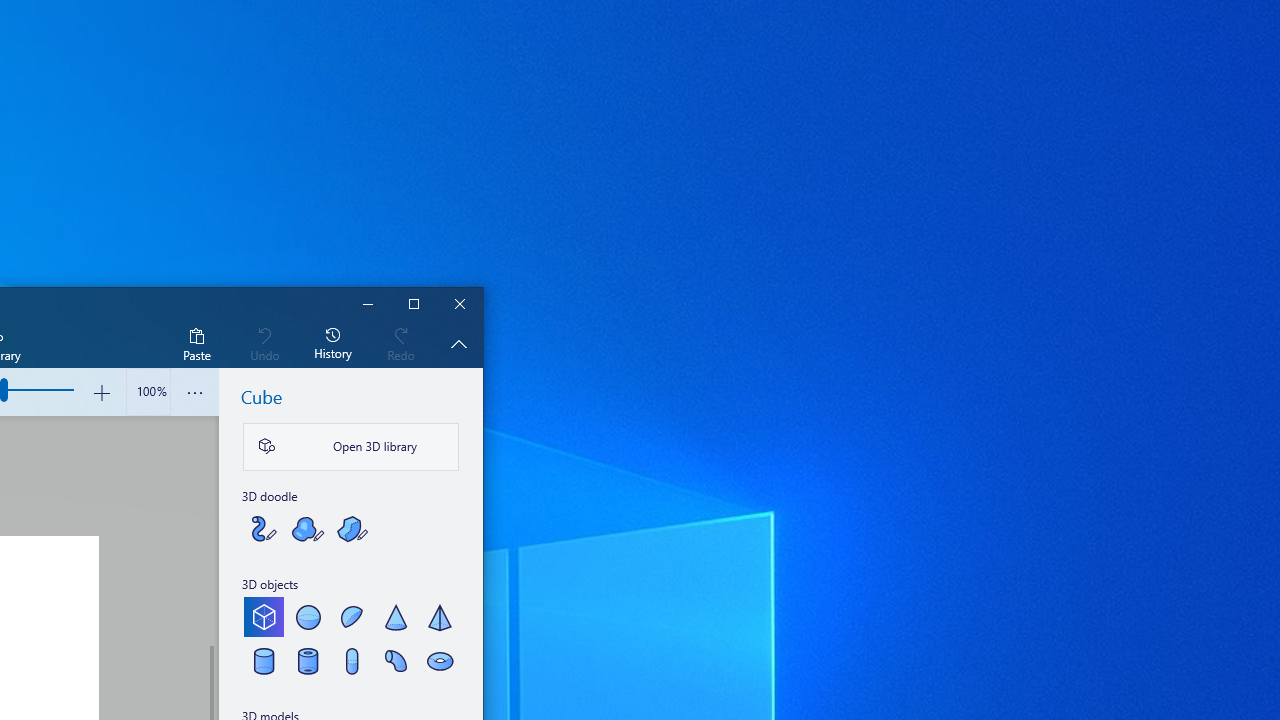  What do you see at coordinates (438, 660) in the screenshot?
I see `'Doughnut'` at bounding box center [438, 660].